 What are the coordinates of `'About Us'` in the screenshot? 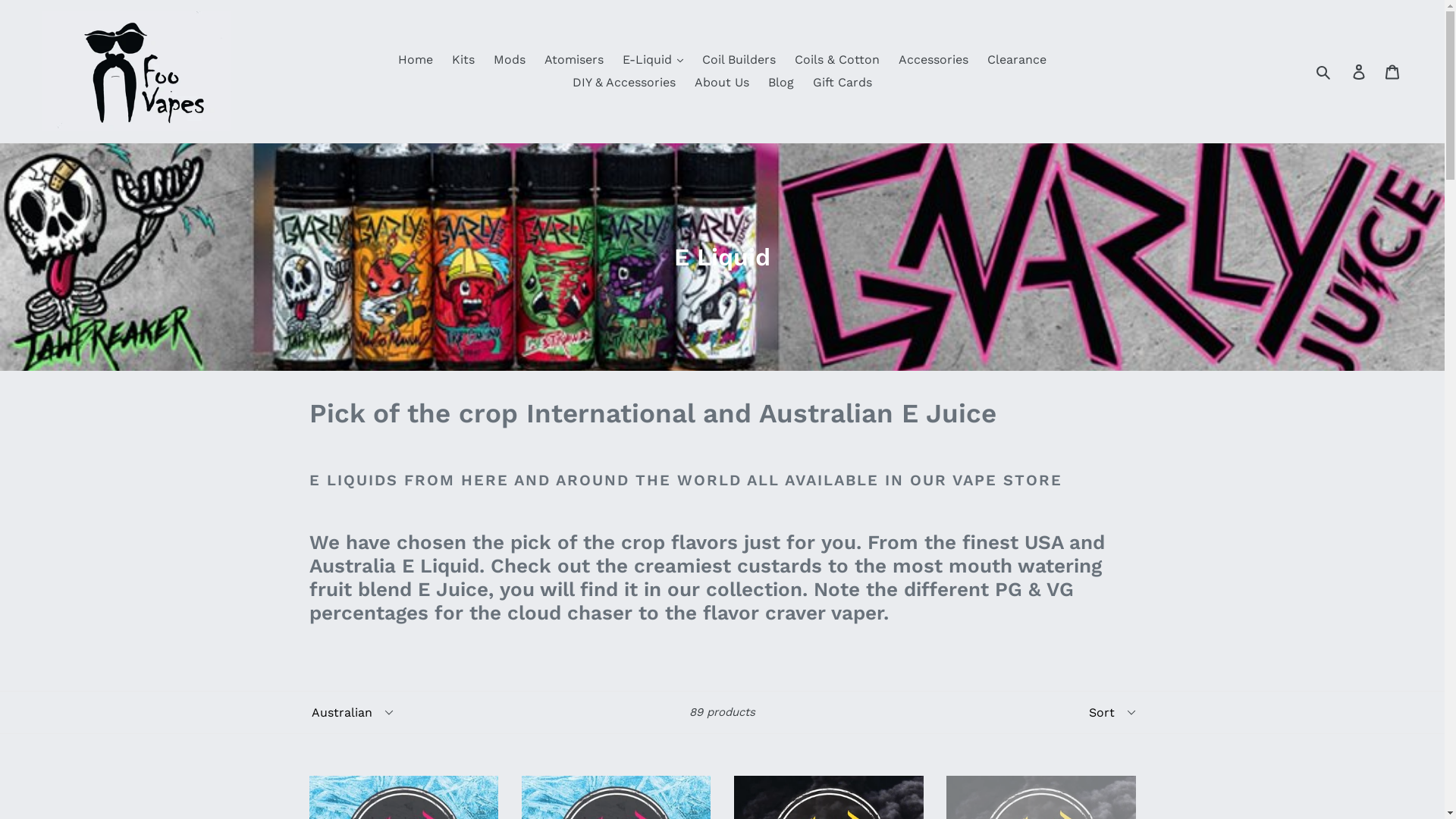 It's located at (720, 82).